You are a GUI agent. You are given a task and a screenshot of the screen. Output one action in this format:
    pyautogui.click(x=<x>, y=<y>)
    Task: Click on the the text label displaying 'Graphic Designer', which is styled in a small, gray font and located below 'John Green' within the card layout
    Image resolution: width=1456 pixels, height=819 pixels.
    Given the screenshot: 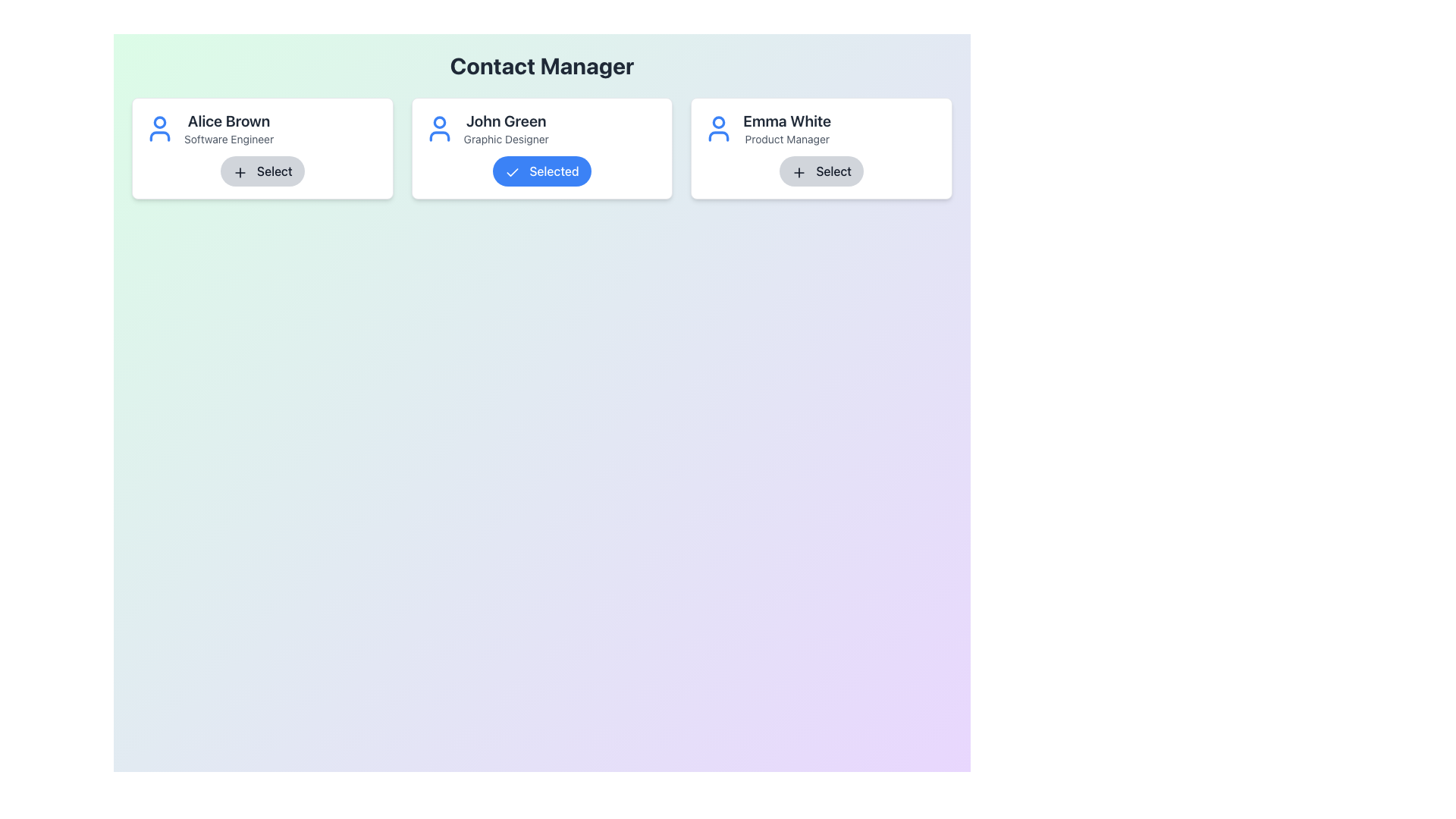 What is the action you would take?
    pyautogui.click(x=506, y=140)
    